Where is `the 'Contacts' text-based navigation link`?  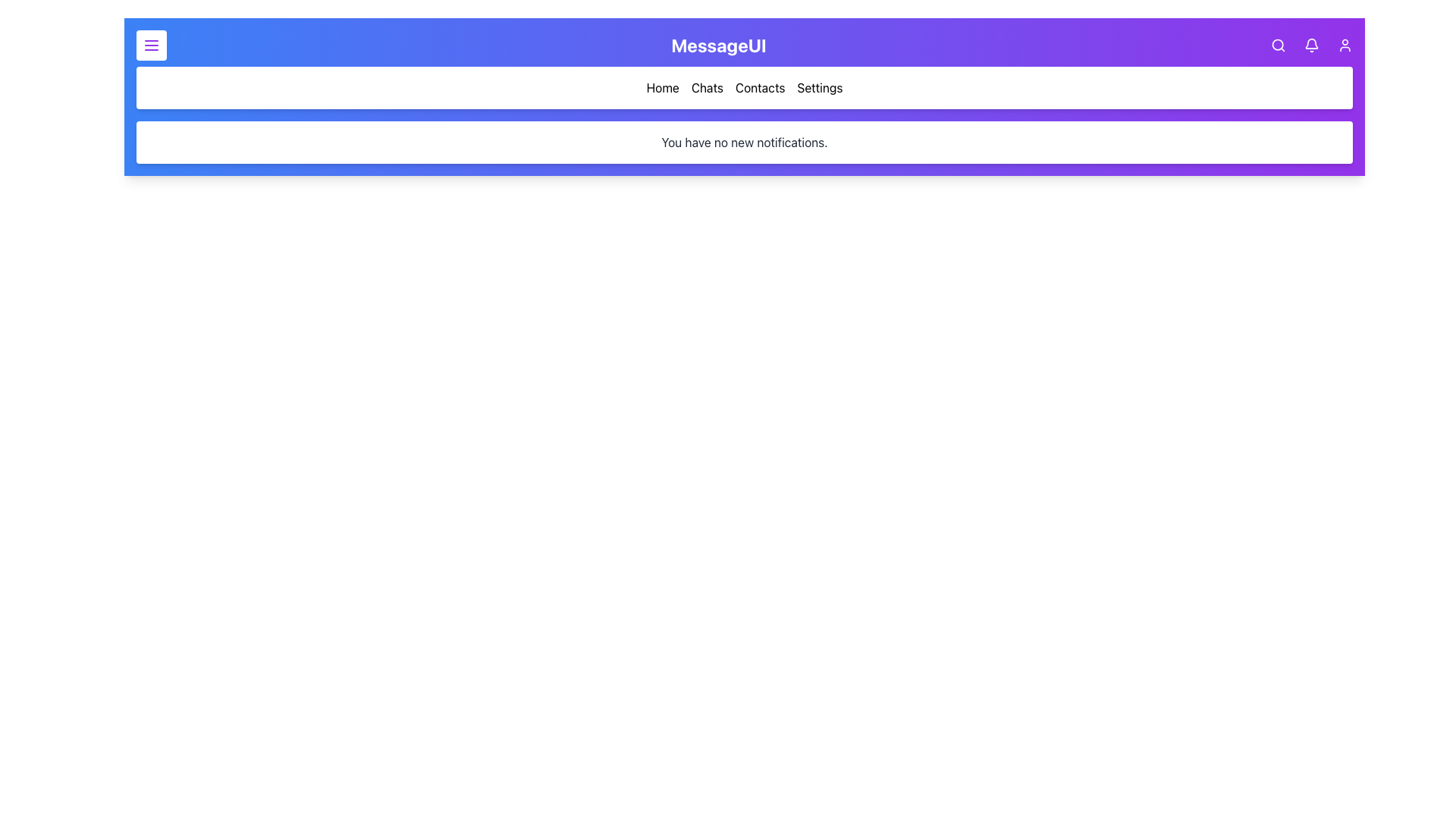 the 'Contacts' text-based navigation link is located at coordinates (760, 87).